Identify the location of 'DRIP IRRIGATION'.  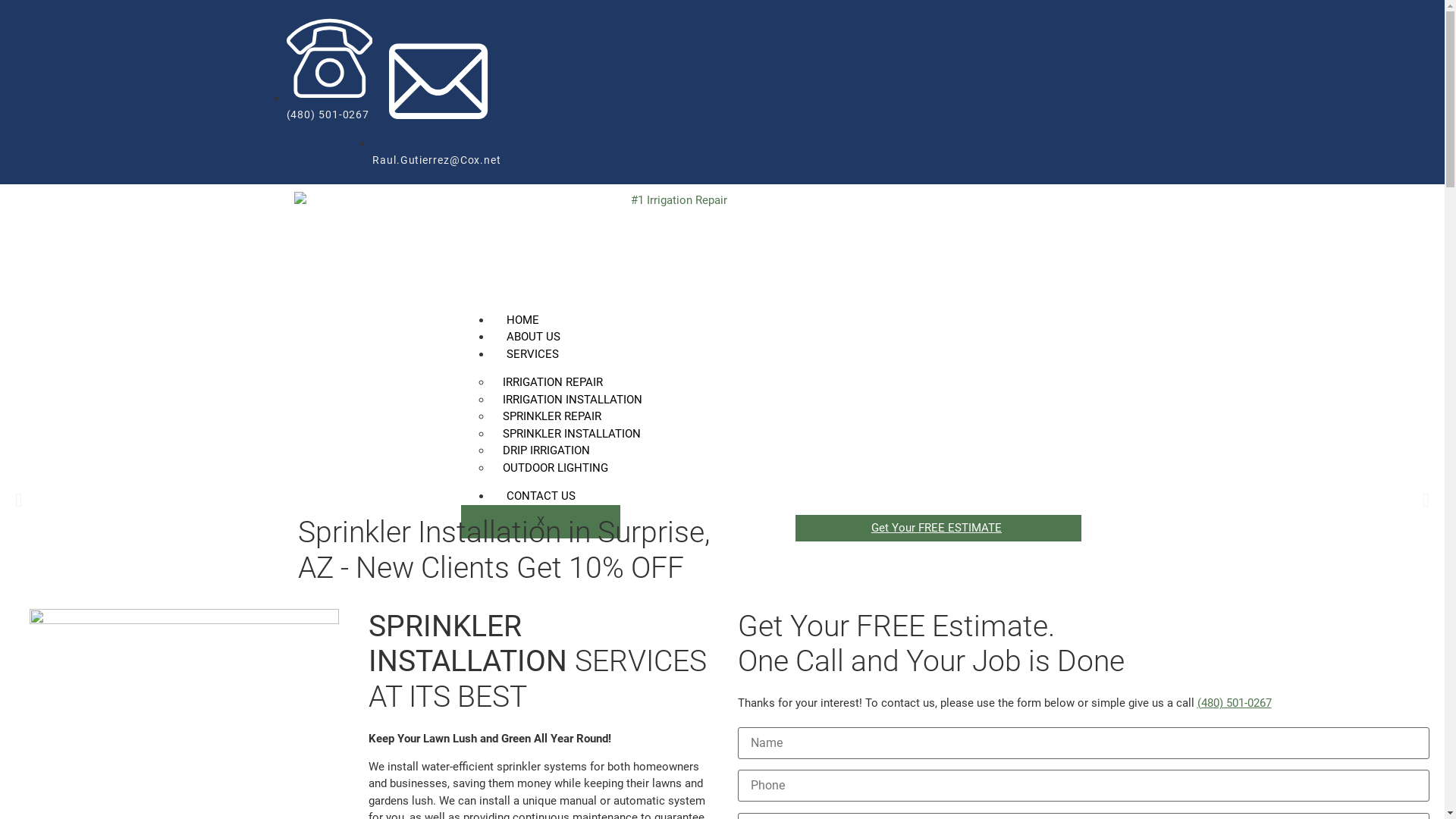
(546, 450).